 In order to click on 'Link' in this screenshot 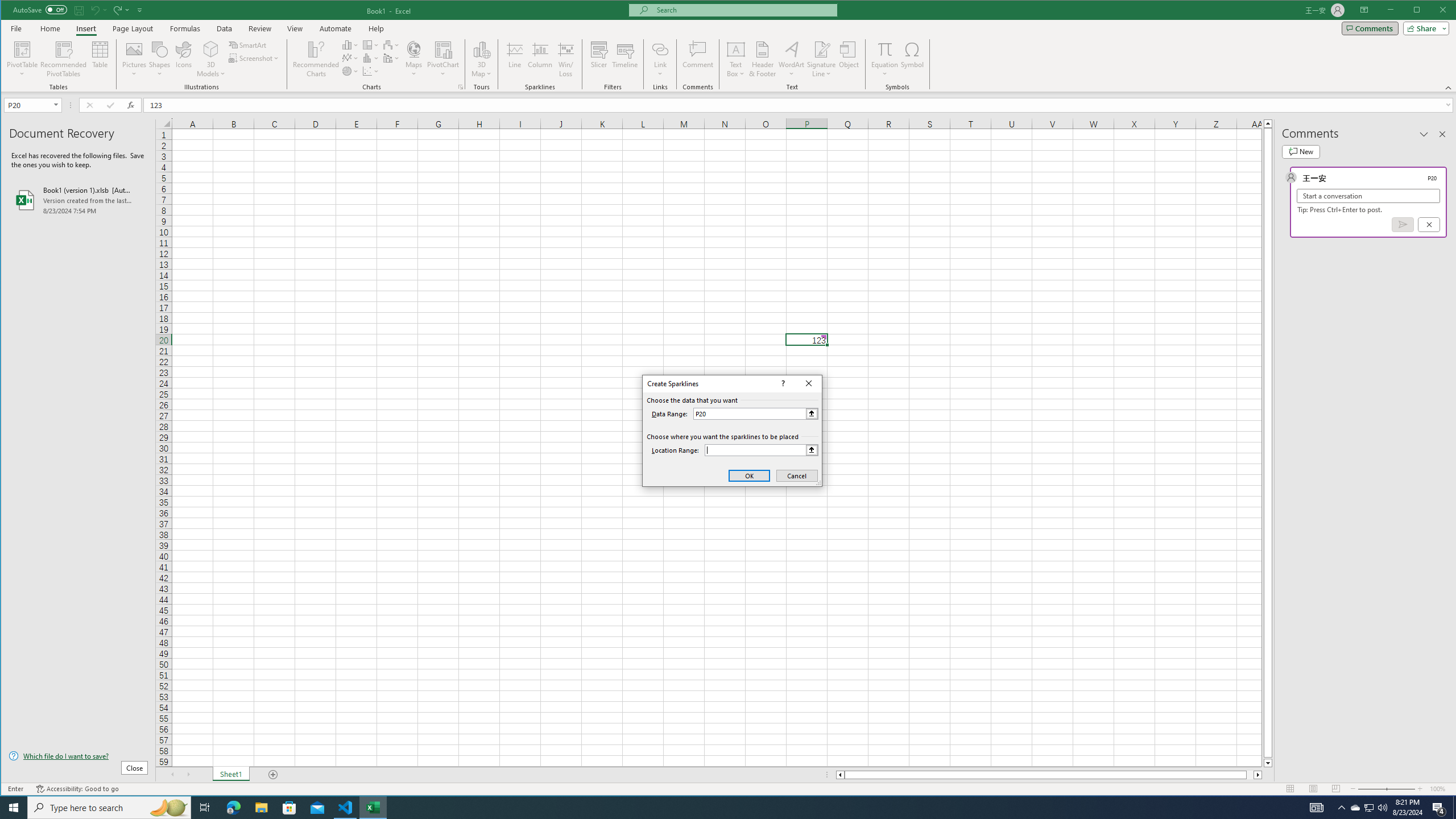, I will do `click(659, 59)`.